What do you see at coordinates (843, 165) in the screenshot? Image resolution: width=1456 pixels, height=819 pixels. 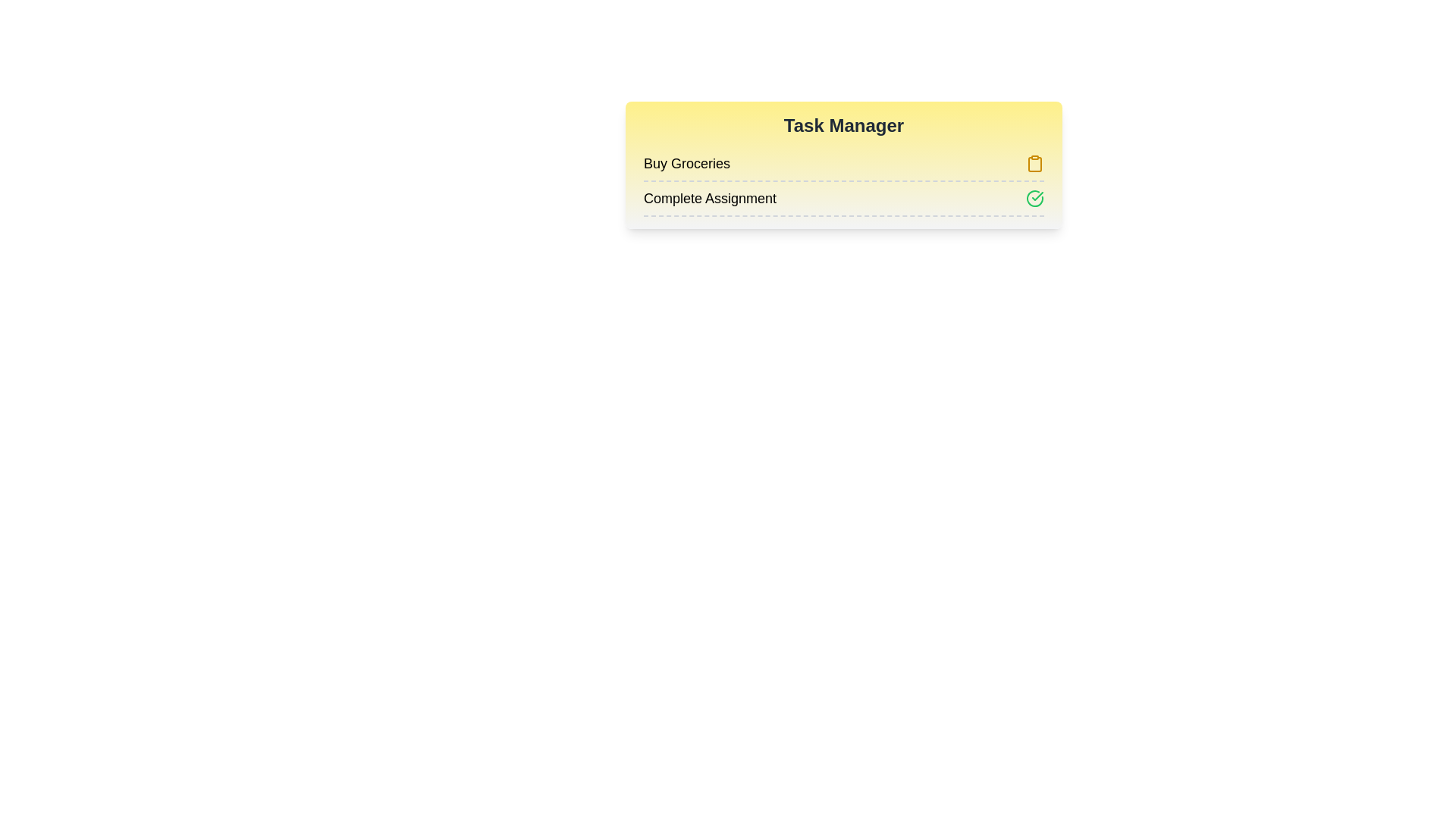 I see `the task manager panel to read the tasks displayed within it, which are centrally positioned and uniquely structured among sibling elements` at bounding box center [843, 165].